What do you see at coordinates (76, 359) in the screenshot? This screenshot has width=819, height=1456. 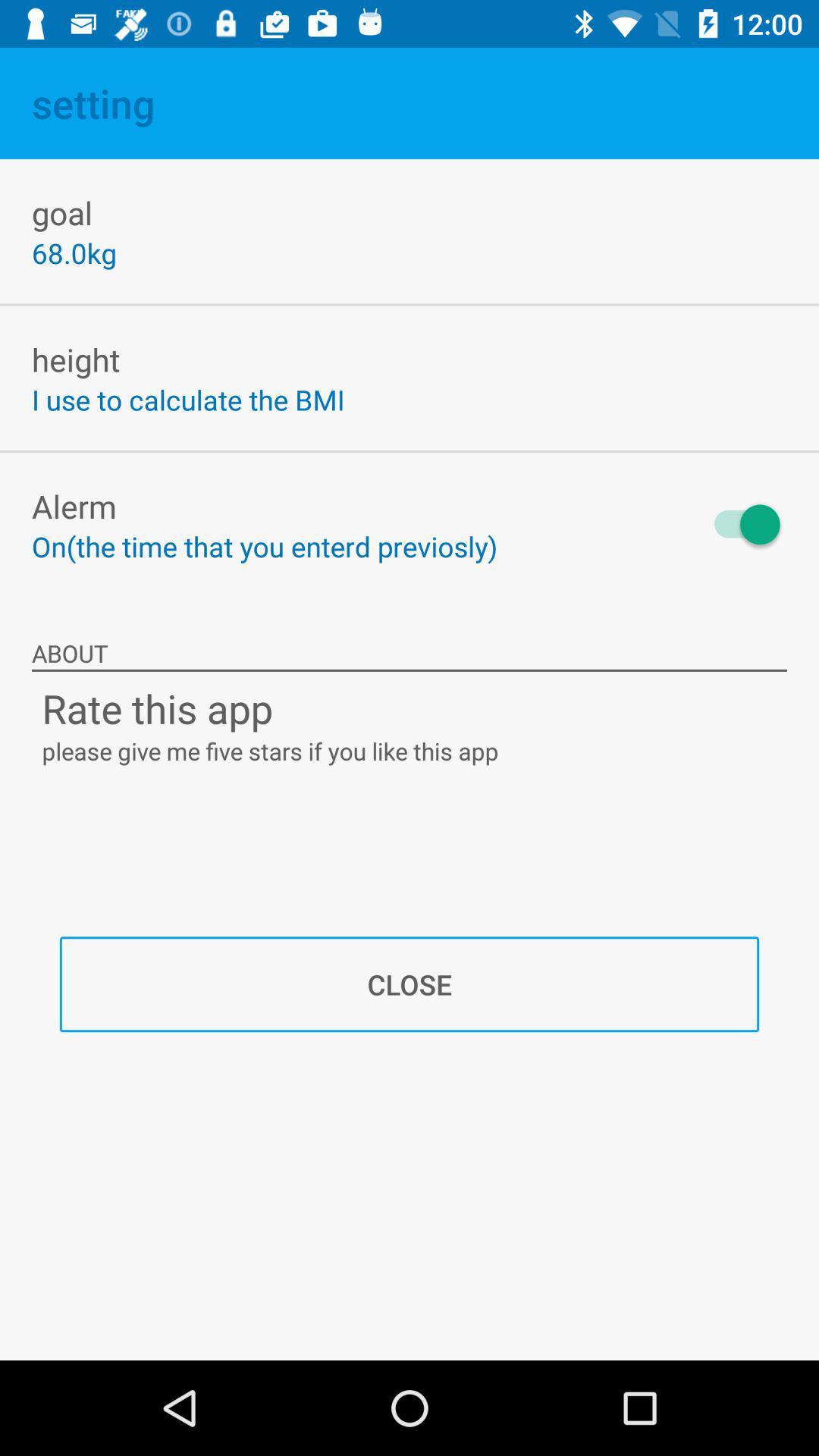 I see `height icon` at bounding box center [76, 359].